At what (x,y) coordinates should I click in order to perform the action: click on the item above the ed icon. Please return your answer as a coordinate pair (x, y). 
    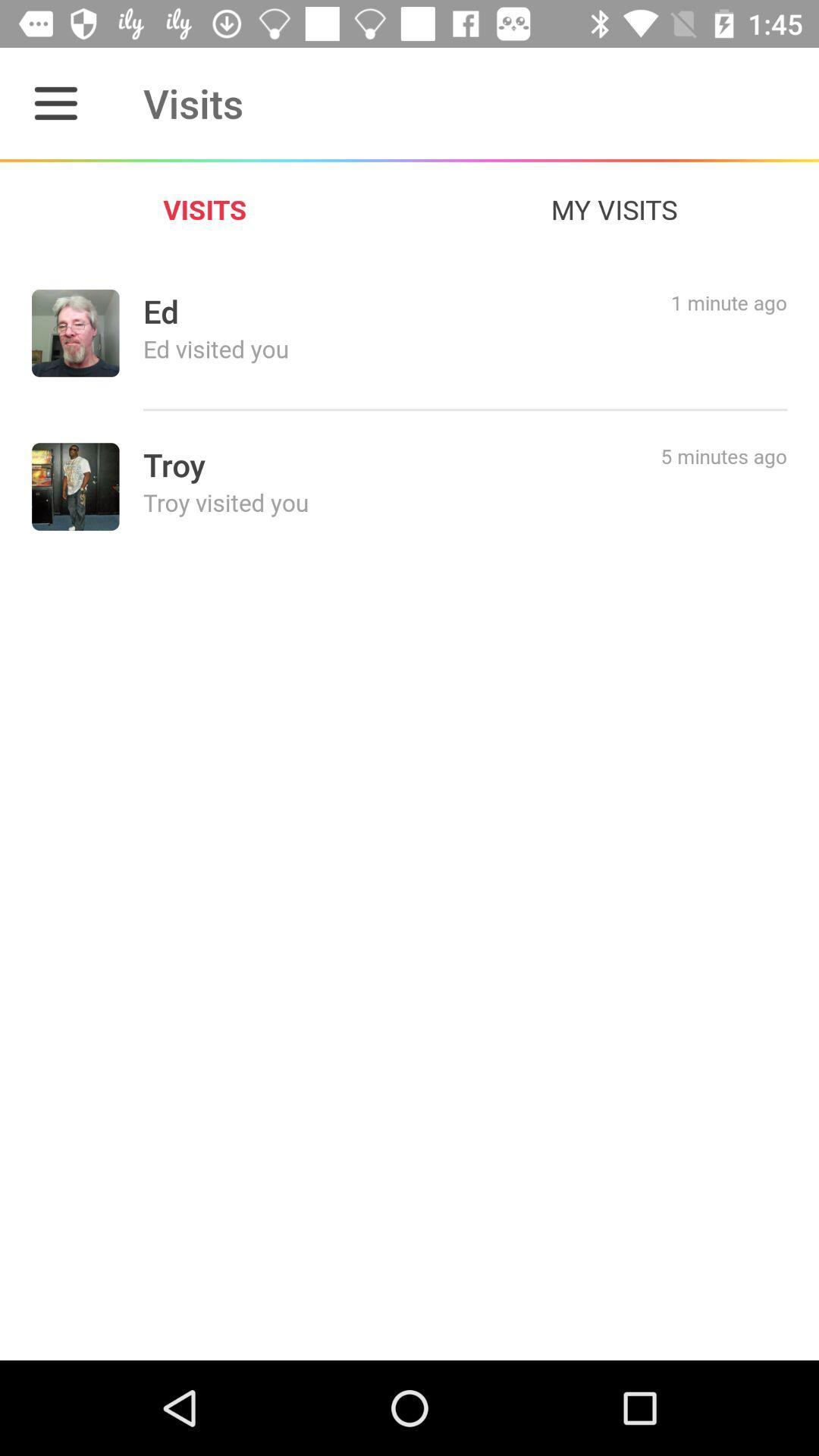
    Looking at the image, I should click on (614, 209).